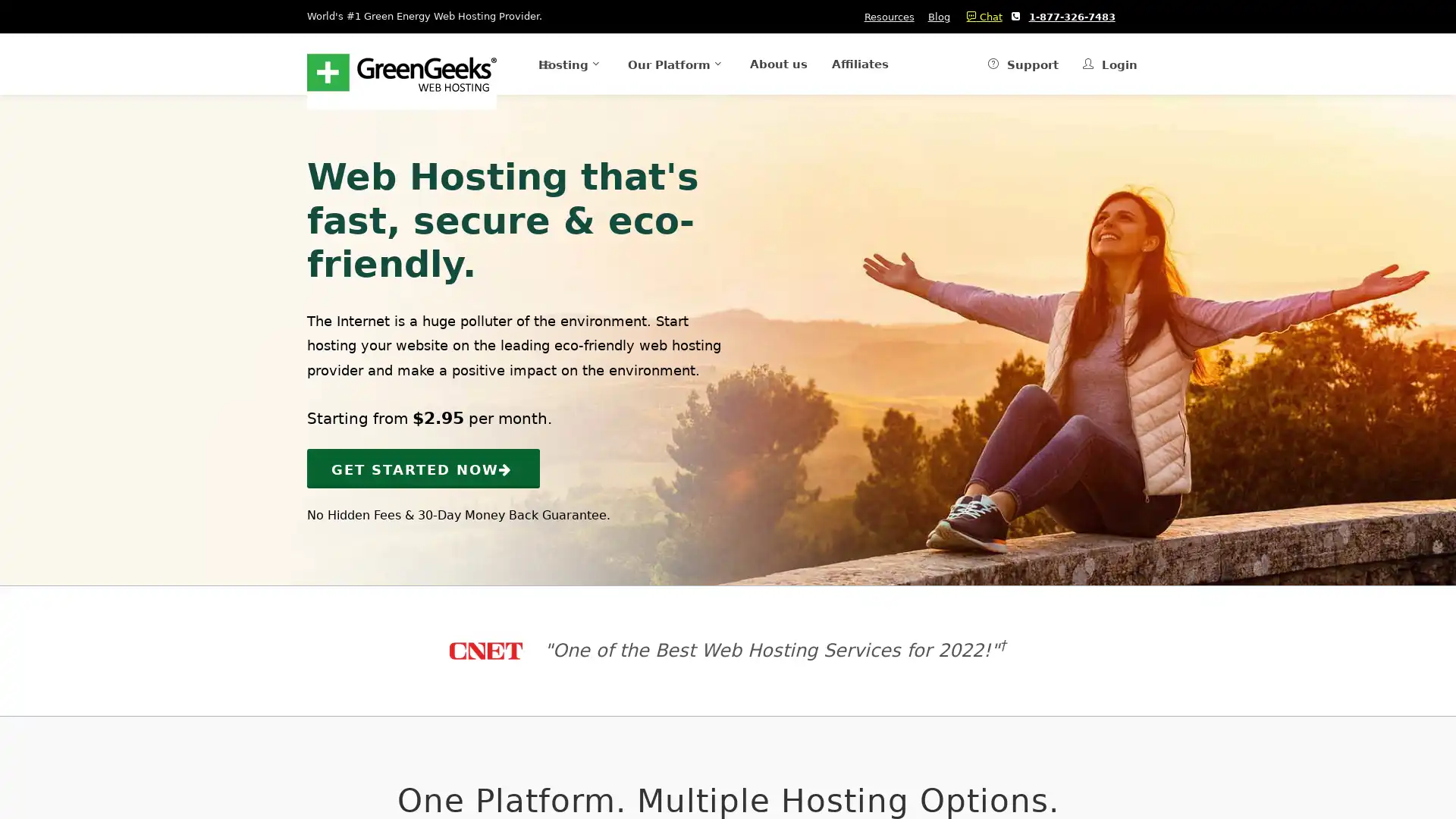 Image resolution: width=1456 pixels, height=819 pixels. Describe the element at coordinates (24, 742) in the screenshot. I see `Explore your accessibility options` at that location.